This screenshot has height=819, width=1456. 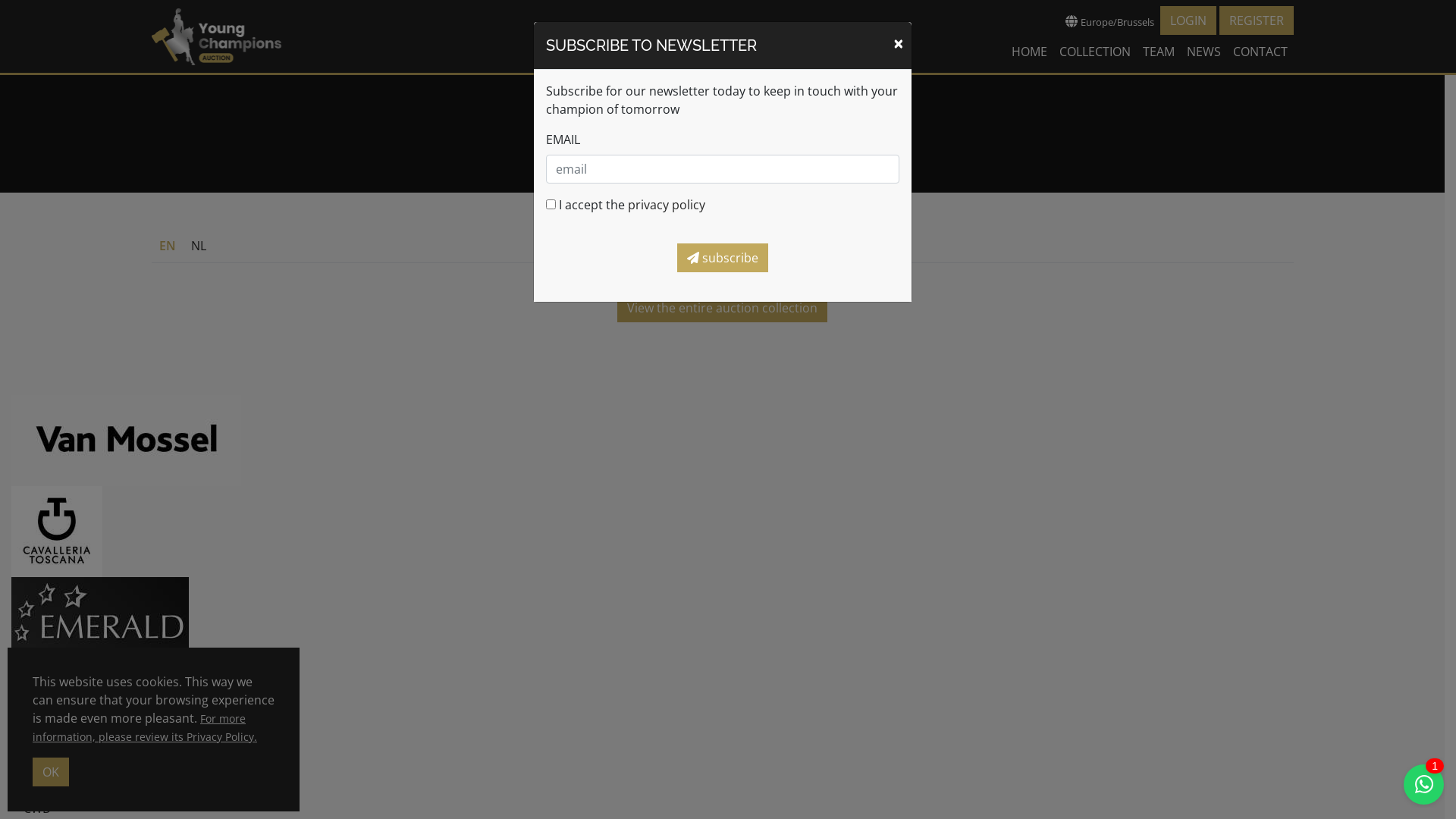 I want to click on 'REGISTER', so click(x=1256, y=20).